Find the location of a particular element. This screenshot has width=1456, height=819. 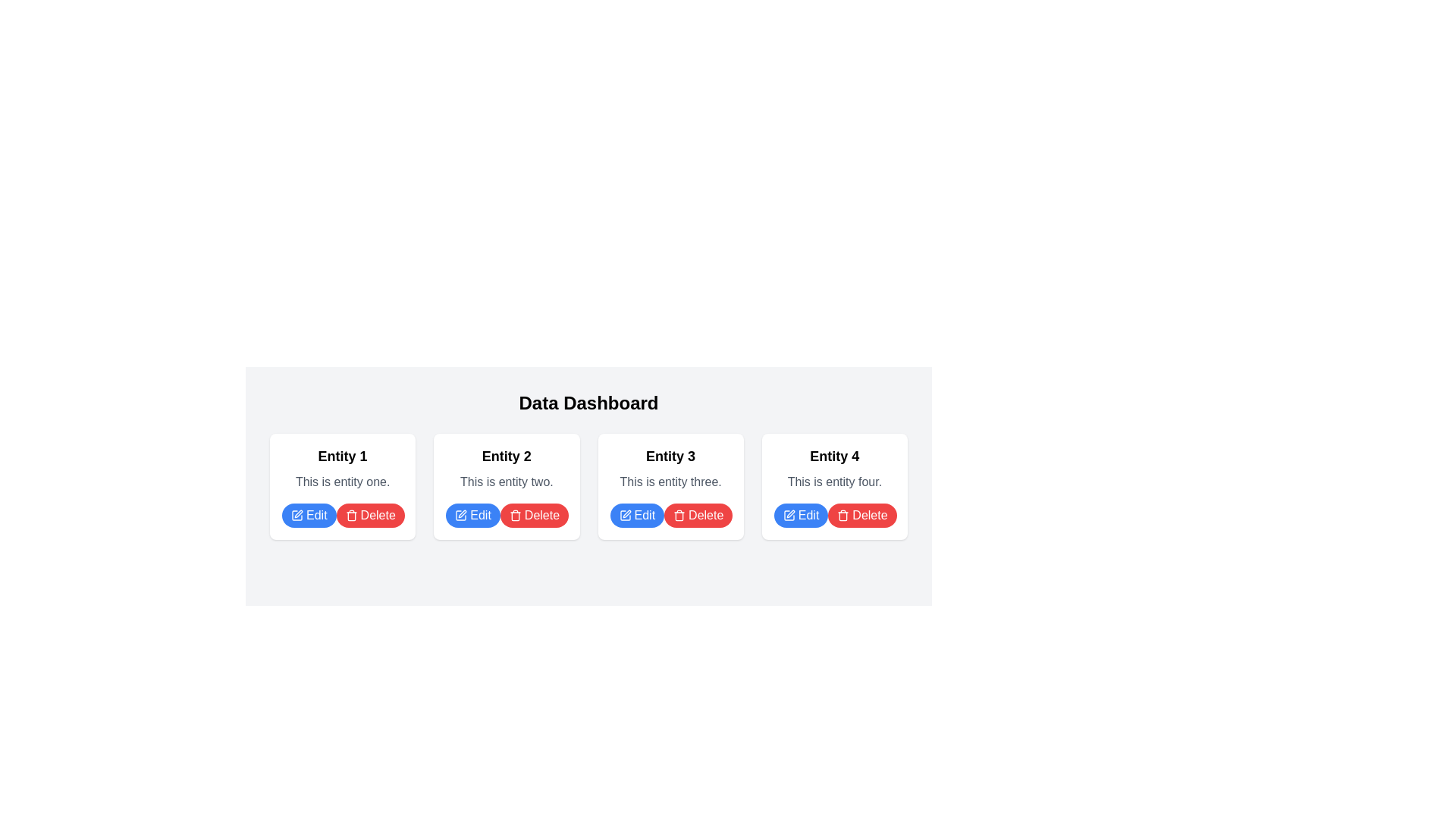

the text block titled 'Entity 3', which contains a description in smaller gray text, located within the third card of a dashboard layout is located at coordinates (670, 467).